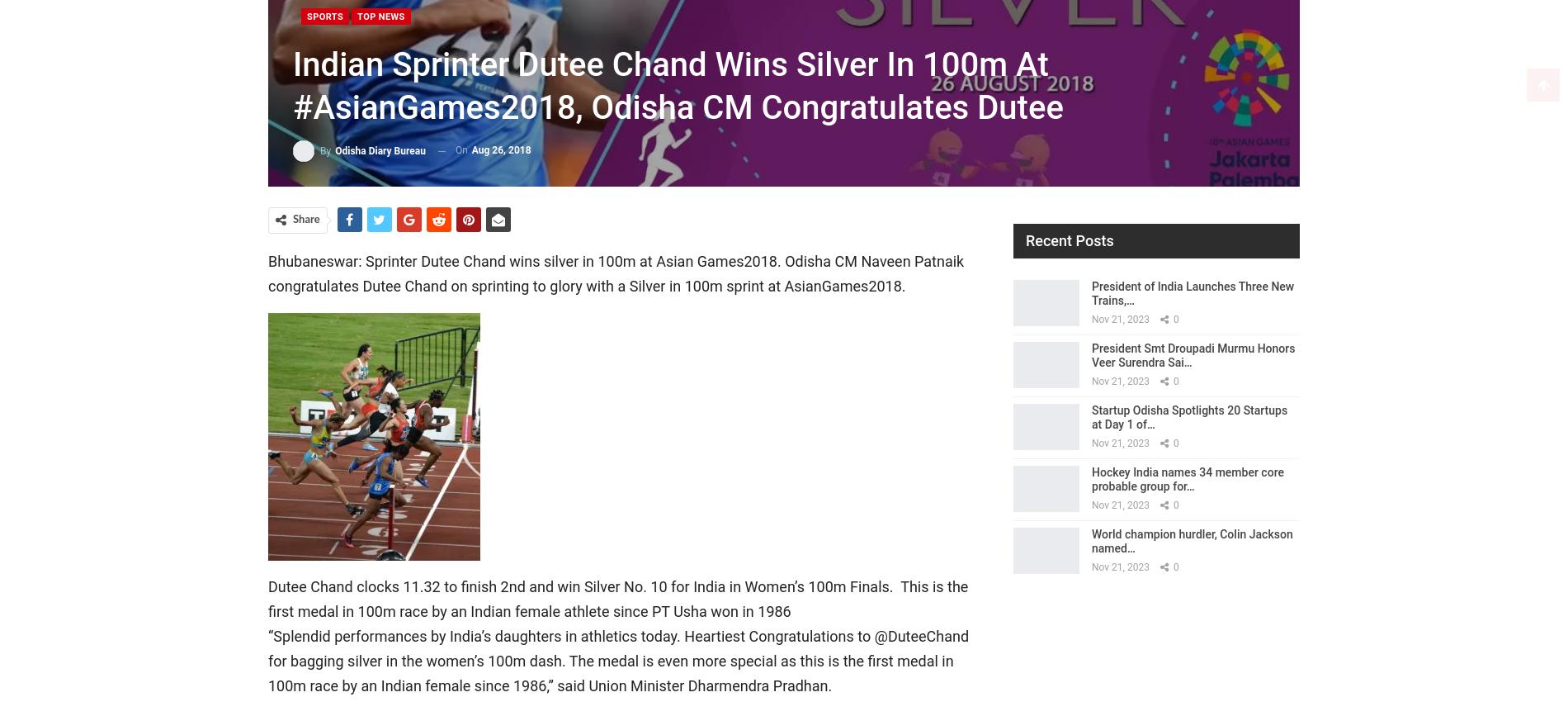 The image size is (1568, 716). What do you see at coordinates (615, 273) in the screenshot?
I see `'Bhubaneswar: Sprinter Dutee Chand wins silver in 100m at Asian Games2018. Odisha CM Naveen Patnaik congratulates Dutee Chand on sprinting to glory with a Silver in 100m sprint at AsianGames2018.'` at bounding box center [615, 273].